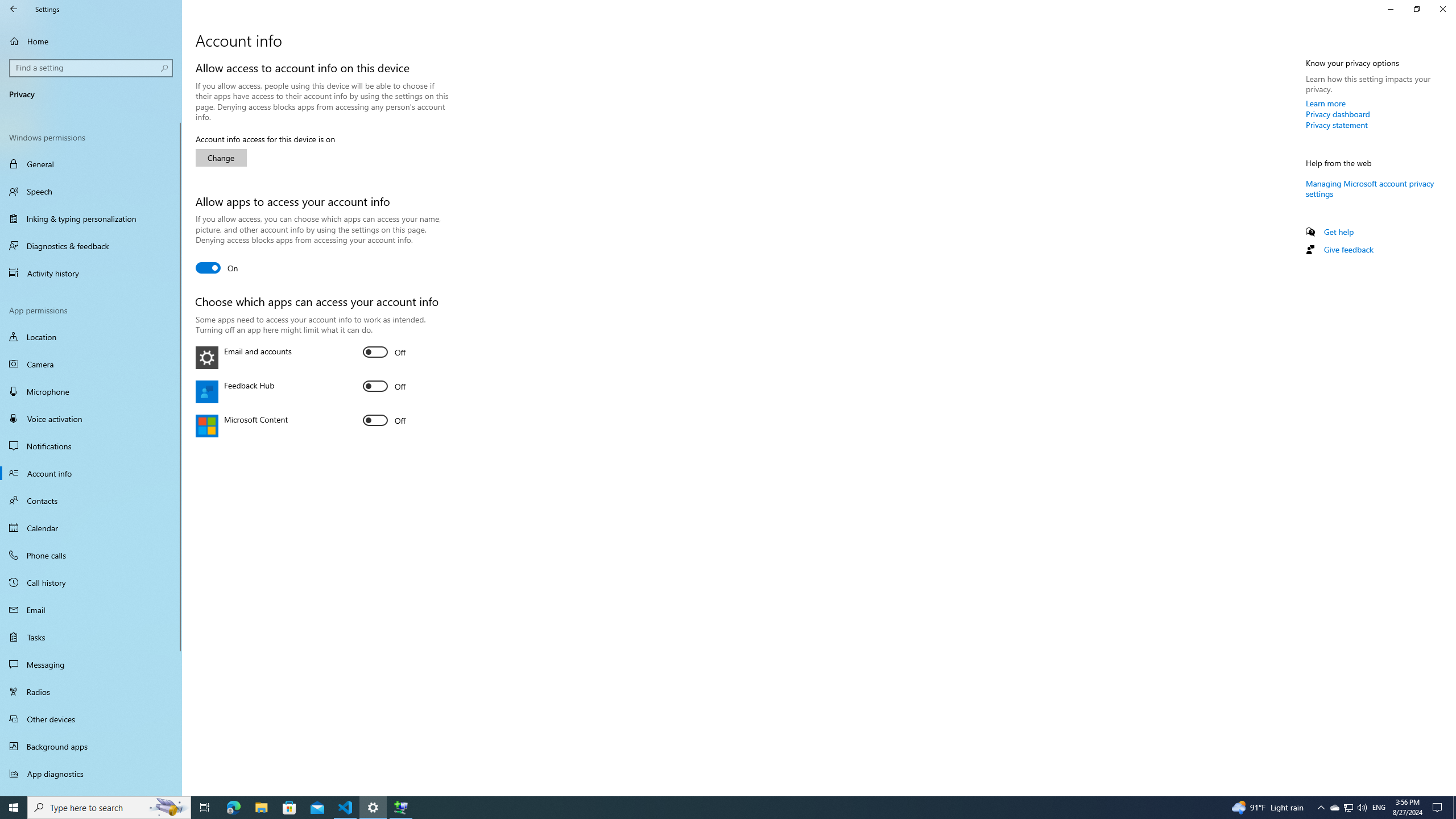 This screenshot has height=819, width=1456. Describe the element at coordinates (1338, 113) in the screenshot. I see `'Privacy dashboard'` at that location.